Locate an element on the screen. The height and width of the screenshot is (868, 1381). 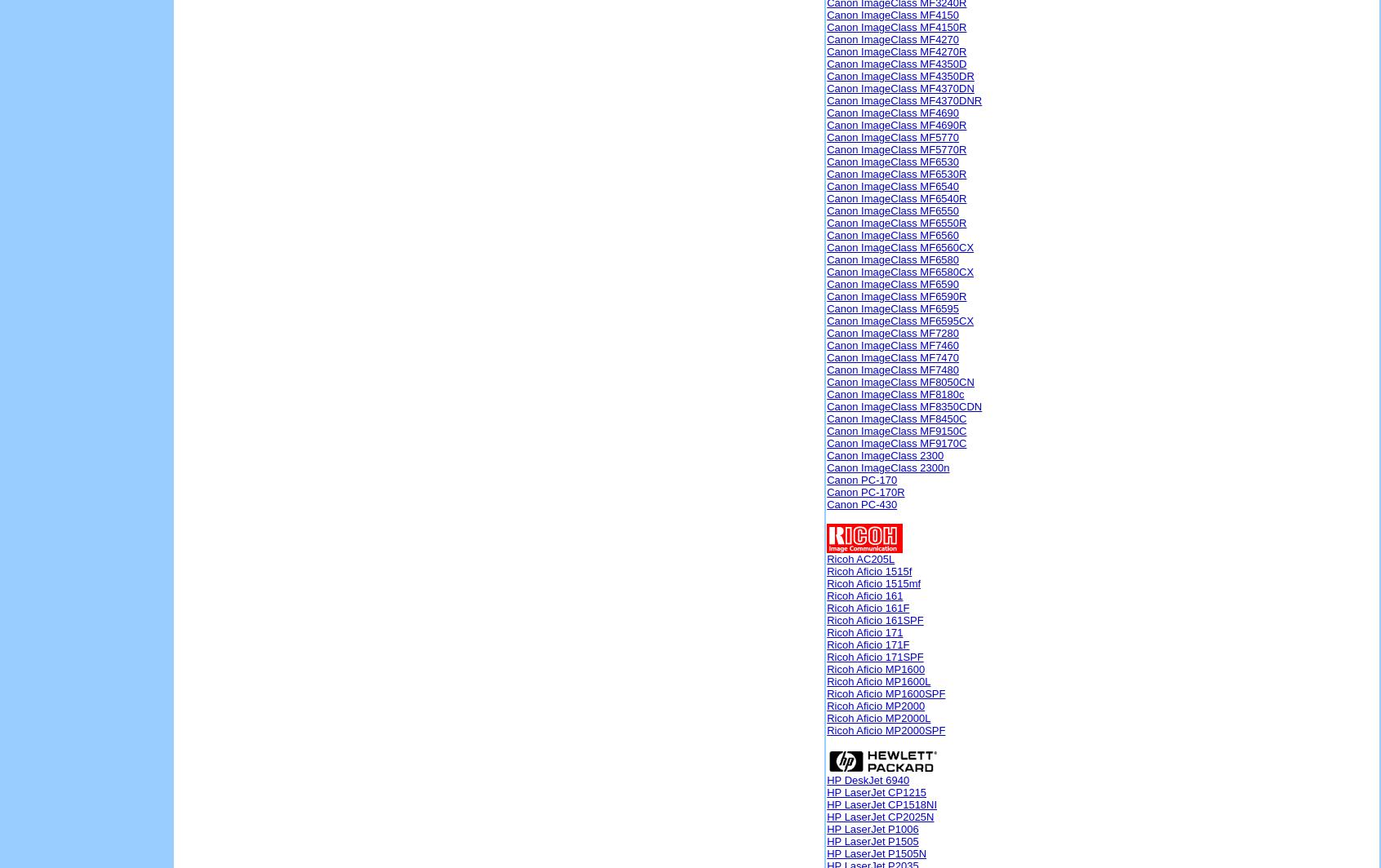
'Ricoh Aficio 171' is located at coordinates (864, 632).